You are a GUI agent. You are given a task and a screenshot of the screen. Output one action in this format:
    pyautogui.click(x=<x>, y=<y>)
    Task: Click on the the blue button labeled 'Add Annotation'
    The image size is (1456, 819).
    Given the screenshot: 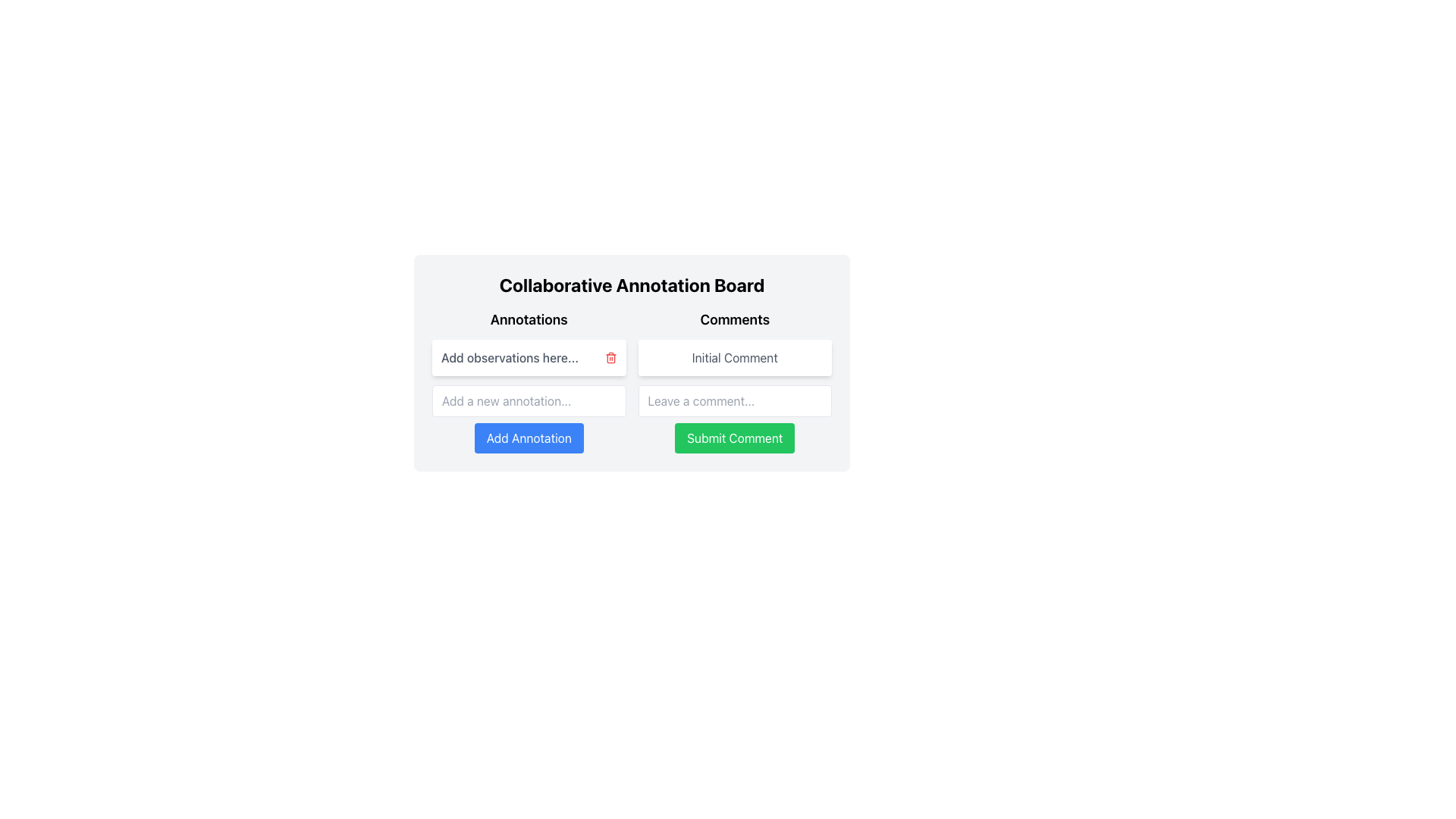 What is the action you would take?
    pyautogui.click(x=529, y=419)
    